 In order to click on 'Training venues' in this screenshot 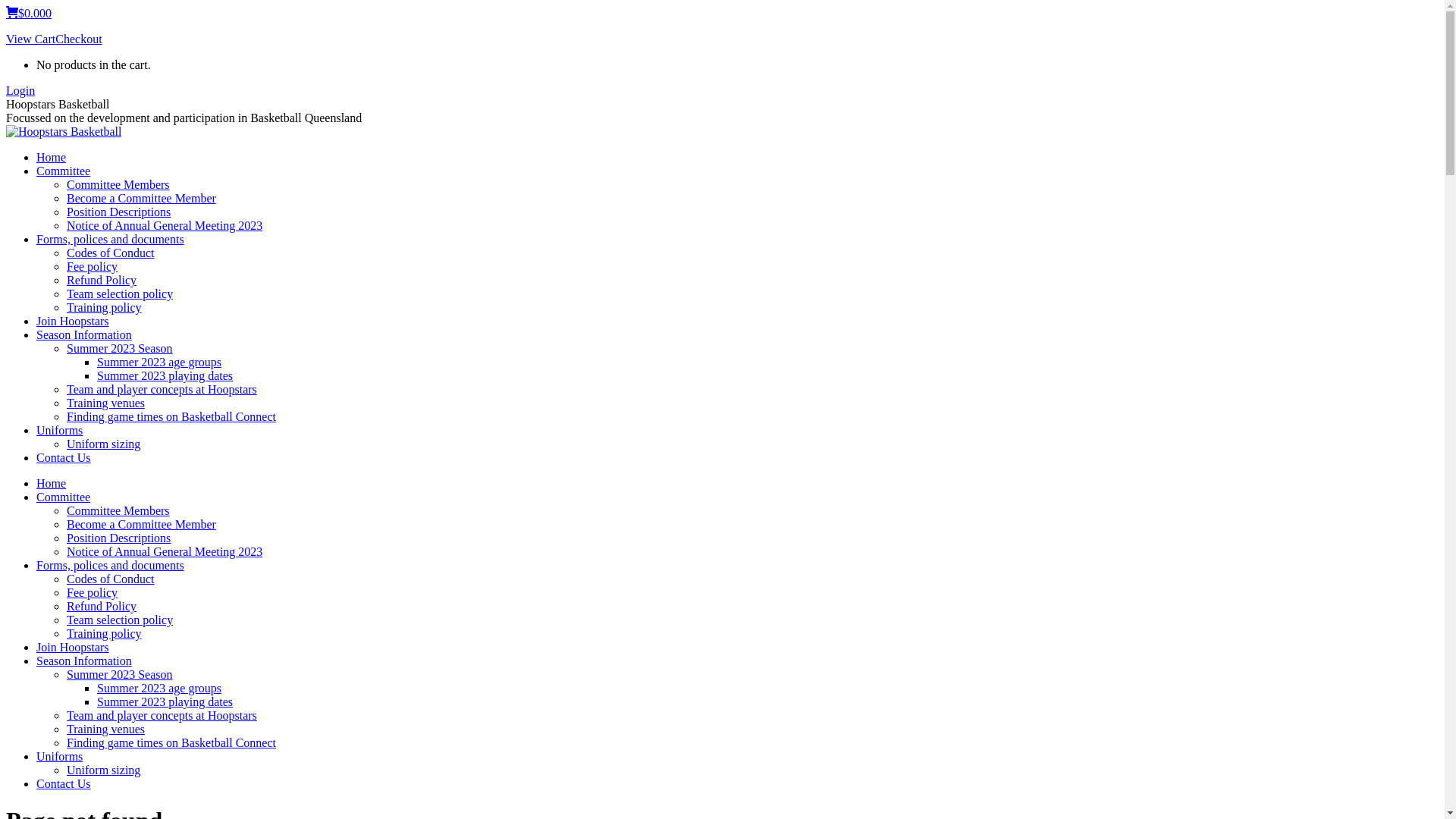, I will do `click(105, 728)`.